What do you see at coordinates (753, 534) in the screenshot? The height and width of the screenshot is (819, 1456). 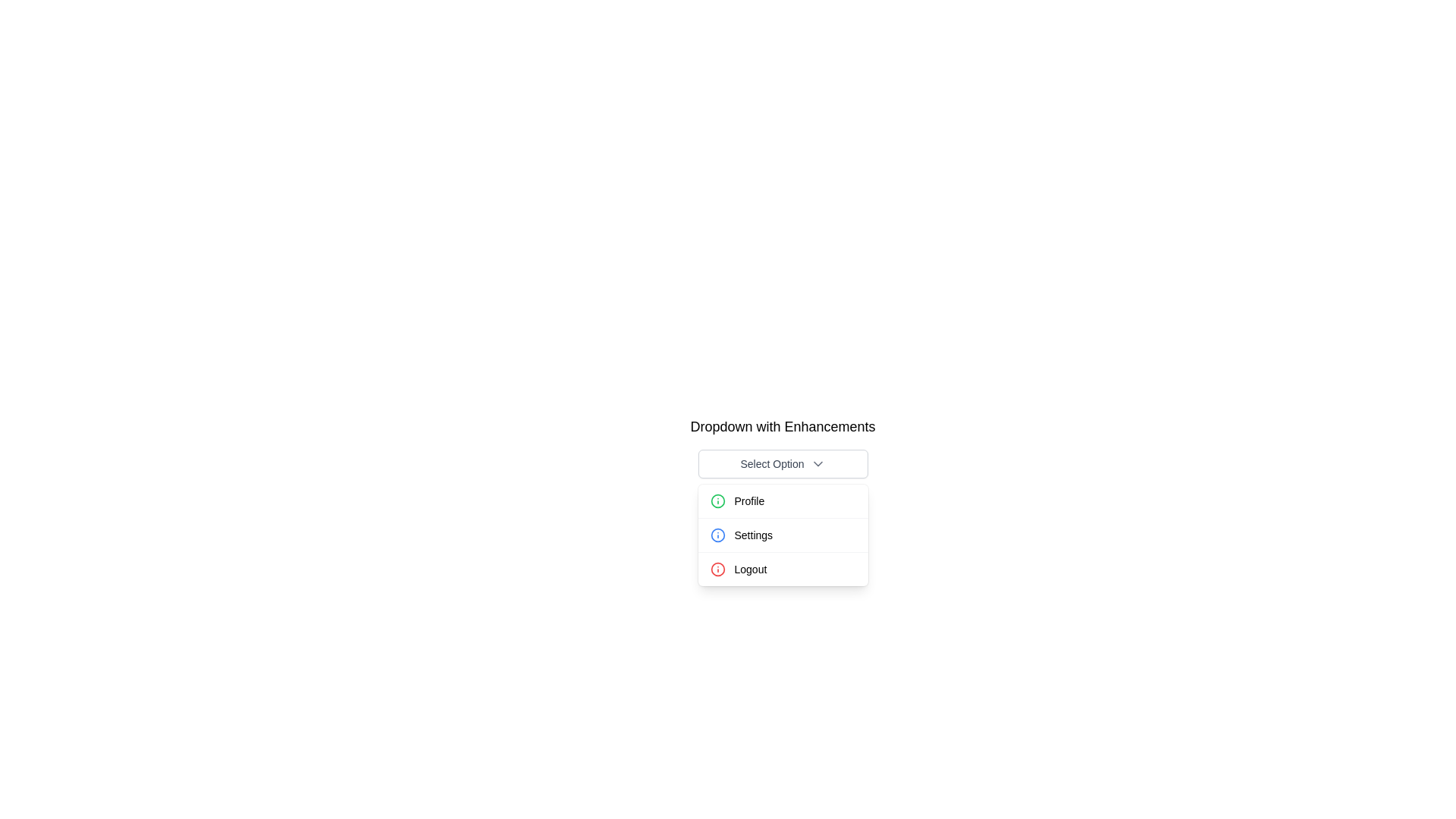 I see `the second item in the vertically-arranged menu list that serves as a label for accessing settings` at bounding box center [753, 534].